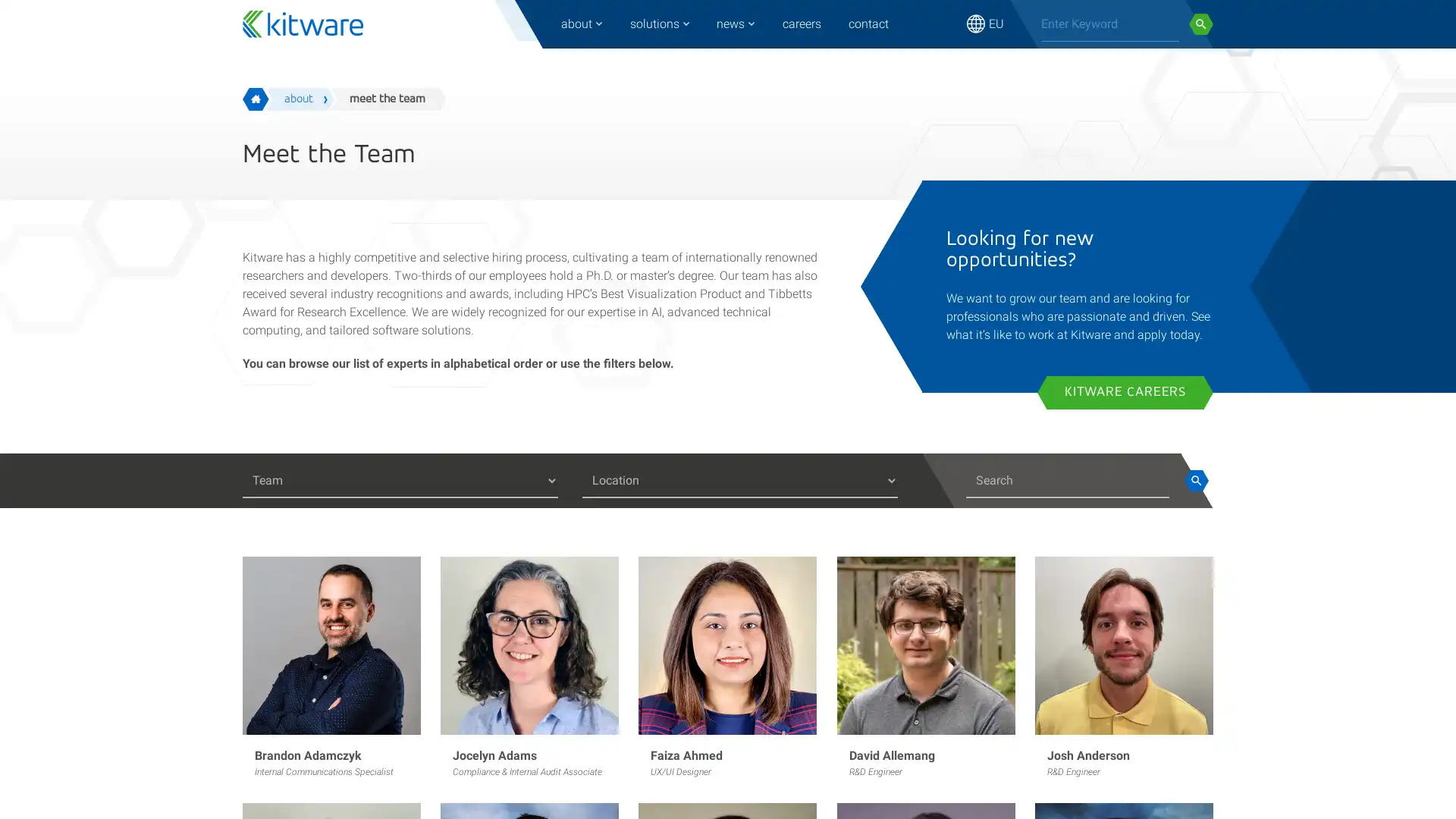 Image resolution: width=1456 pixels, height=819 pixels. I want to click on Search, so click(1195, 480).